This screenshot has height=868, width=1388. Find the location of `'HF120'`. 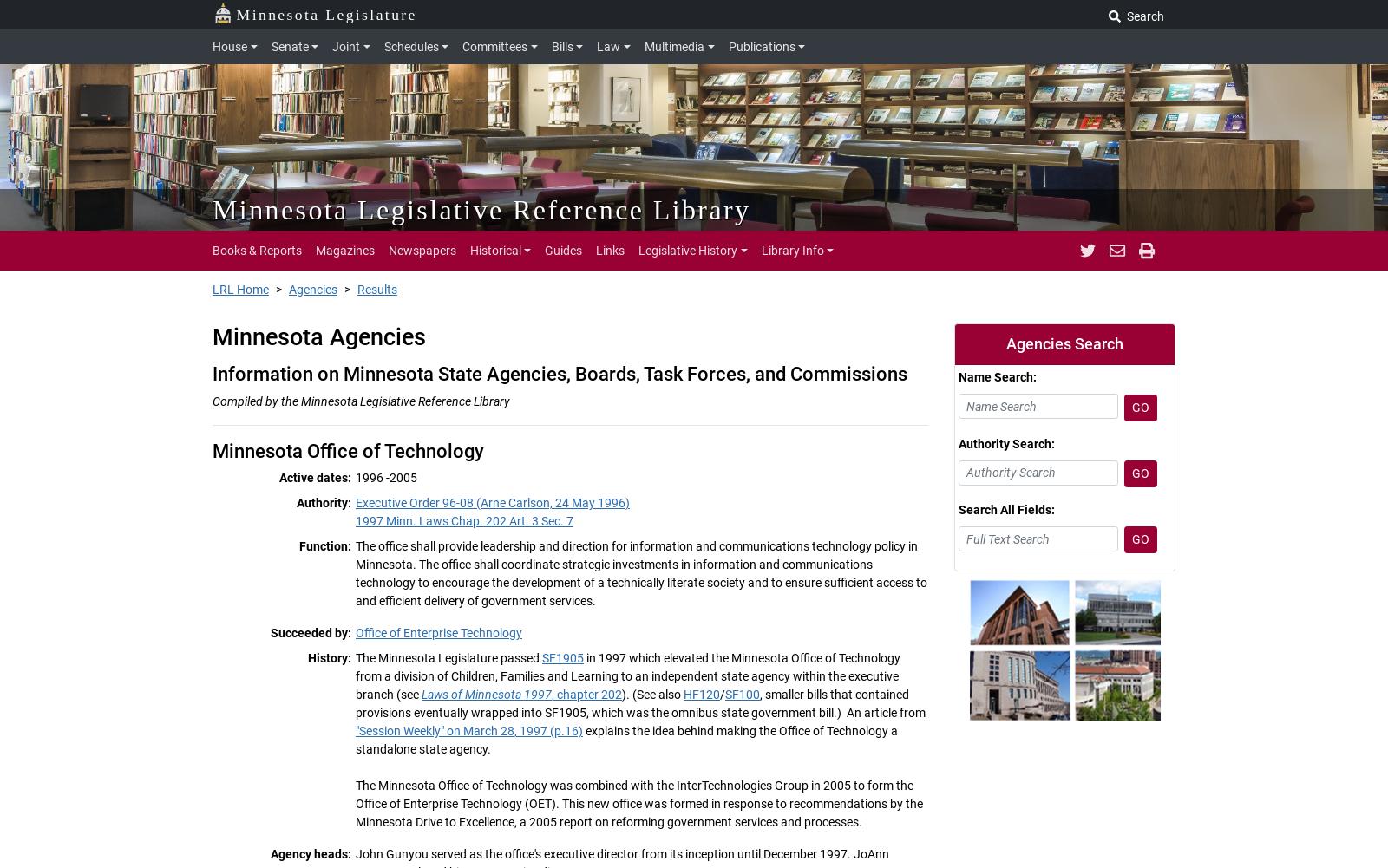

'HF120' is located at coordinates (700, 694).